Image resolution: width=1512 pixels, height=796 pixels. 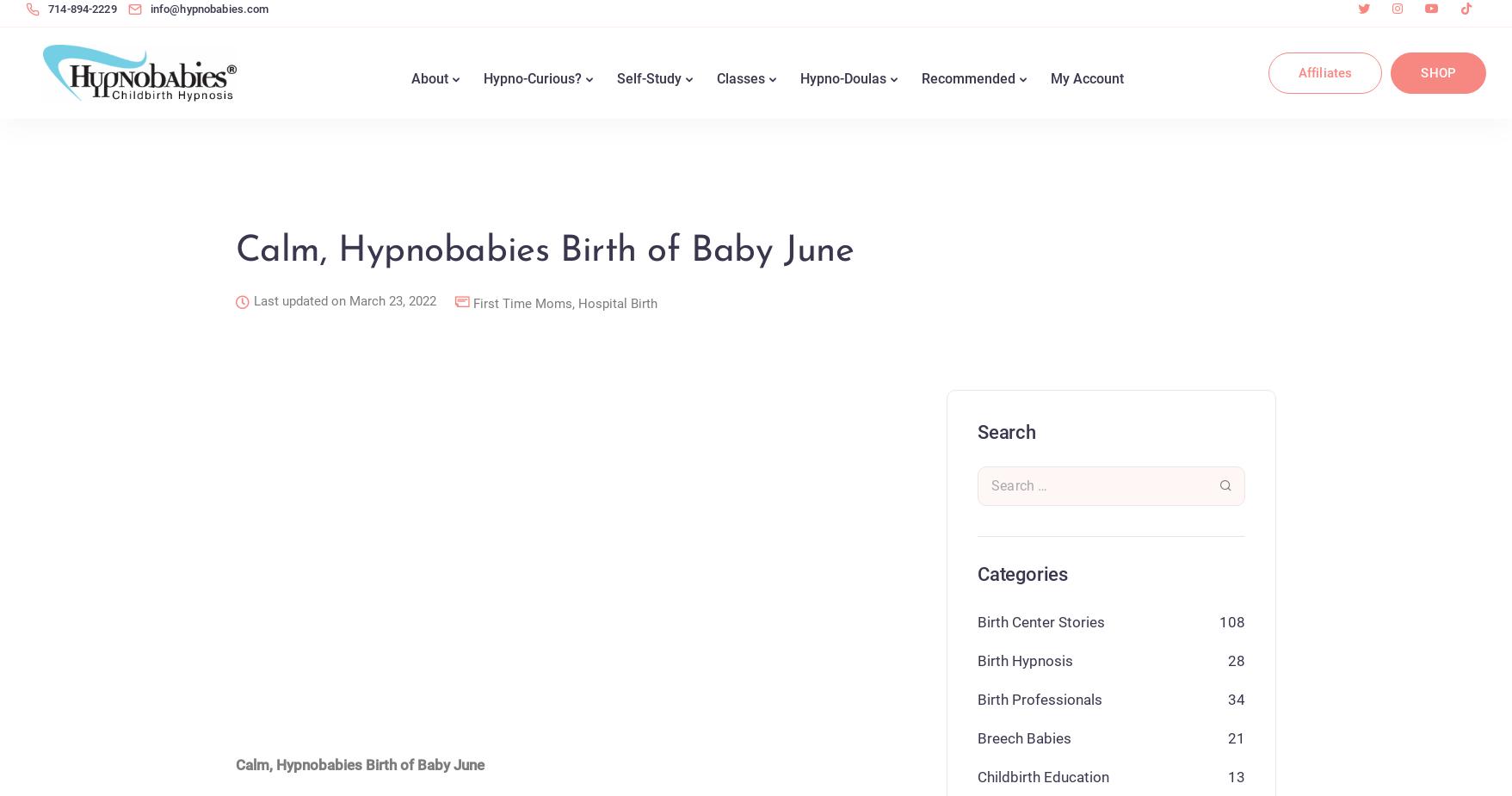 What do you see at coordinates (701, 206) in the screenshot?
I see `'Hypnobabies Hypnobirthing Online Self-Study Demo'` at bounding box center [701, 206].